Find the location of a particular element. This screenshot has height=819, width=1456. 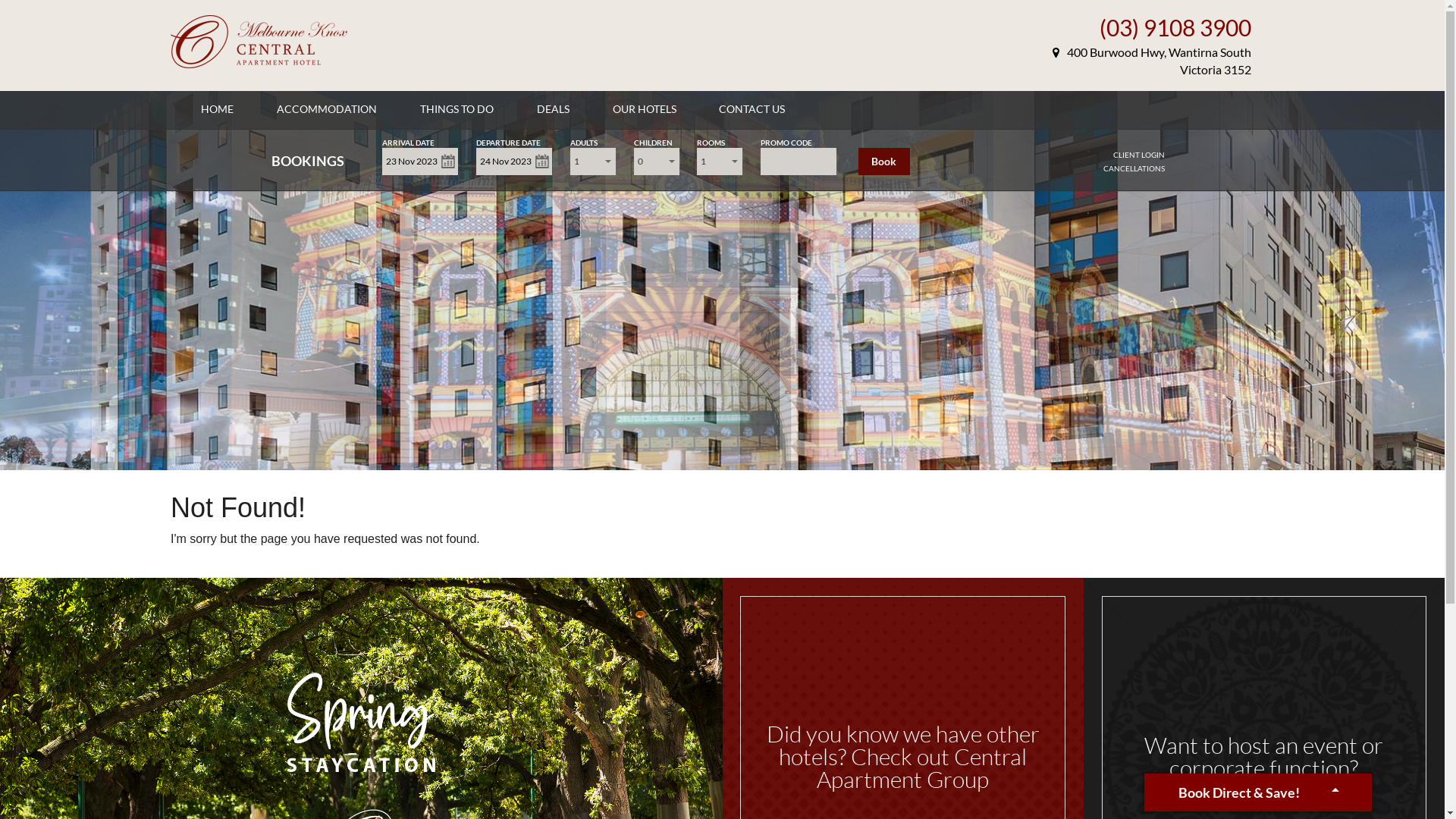

'ACCOMMODATION' is located at coordinates (326, 108).